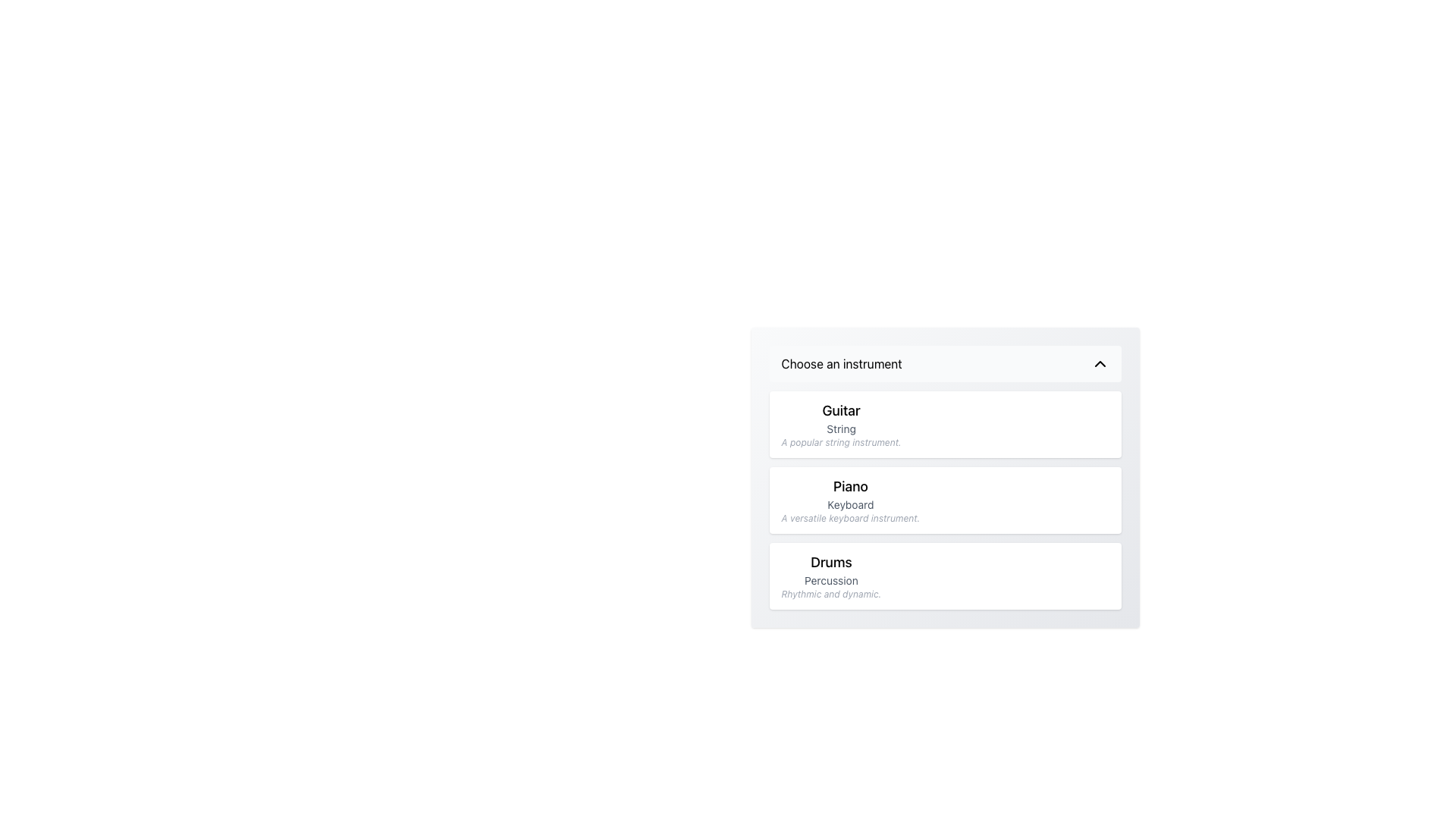 The height and width of the screenshot is (819, 1456). What do you see at coordinates (944, 576) in the screenshot?
I see `the third item in the vertical list, which is the selectable option for 'Drums', to focus on it` at bounding box center [944, 576].